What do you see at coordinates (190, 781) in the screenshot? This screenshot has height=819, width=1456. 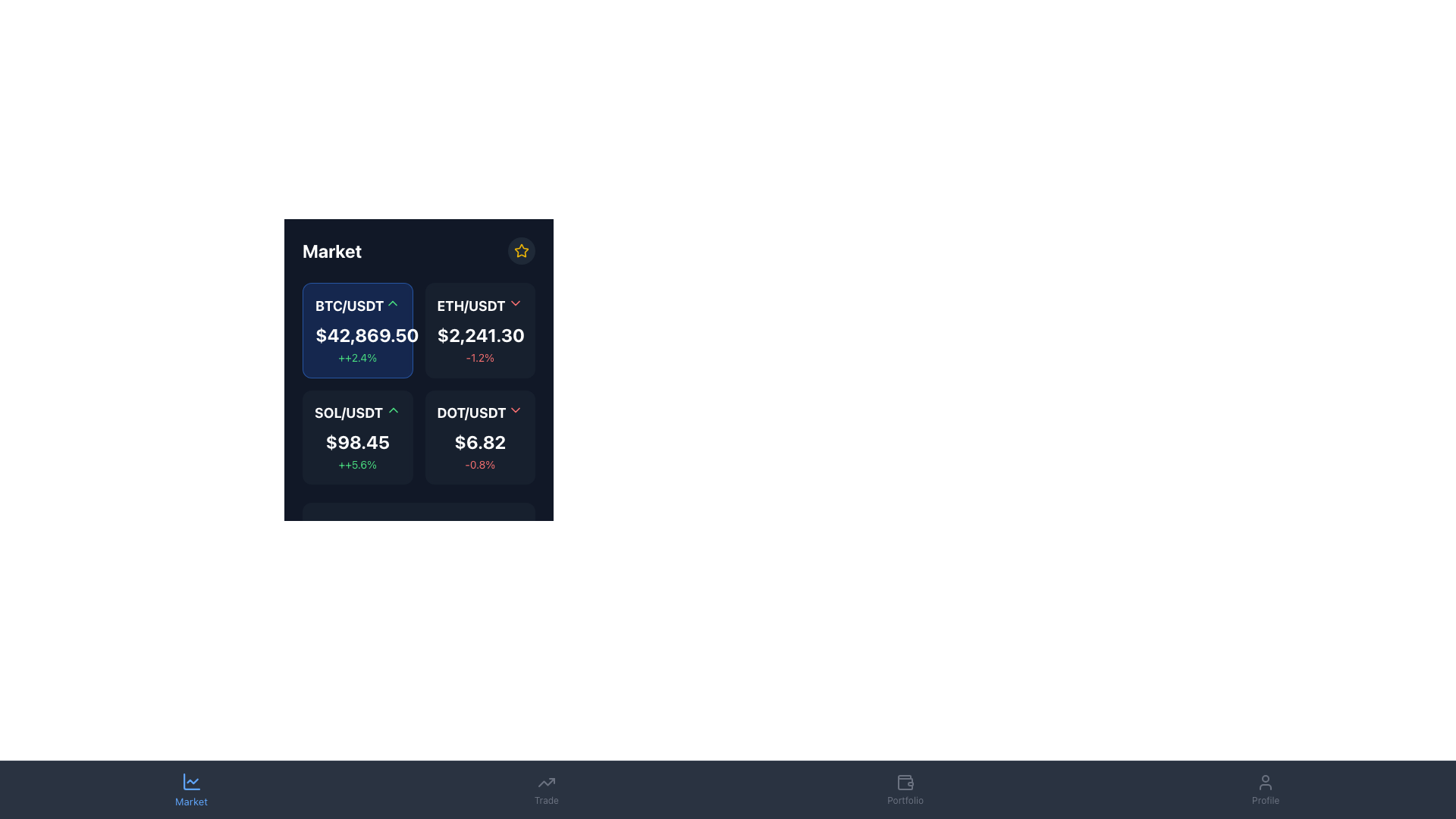 I see `the leftmost icon button representing a chart or graph in the bottom navigation bar` at bounding box center [190, 781].